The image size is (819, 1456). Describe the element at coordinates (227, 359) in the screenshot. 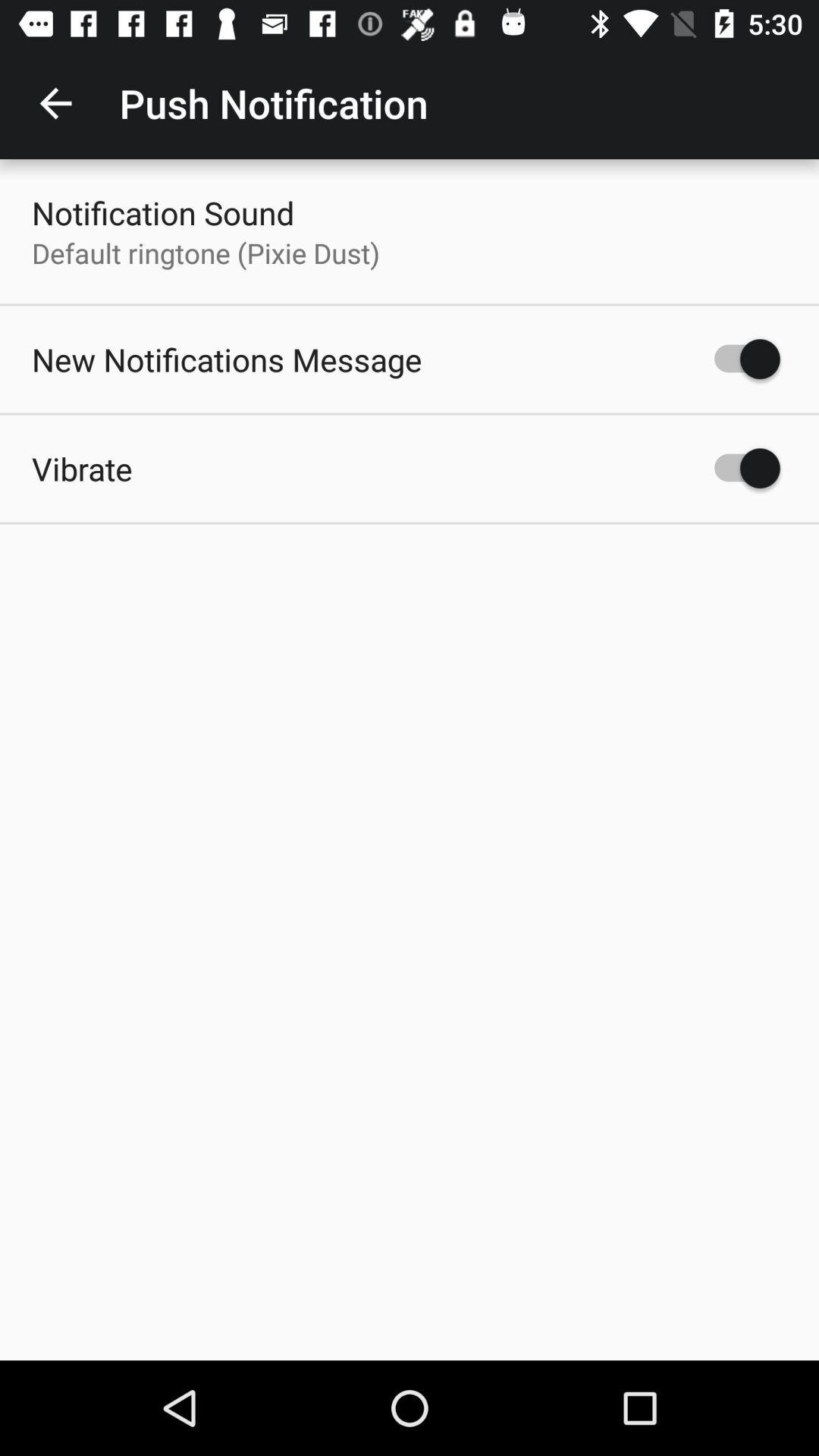

I see `the item below default ringtone pixie` at that location.